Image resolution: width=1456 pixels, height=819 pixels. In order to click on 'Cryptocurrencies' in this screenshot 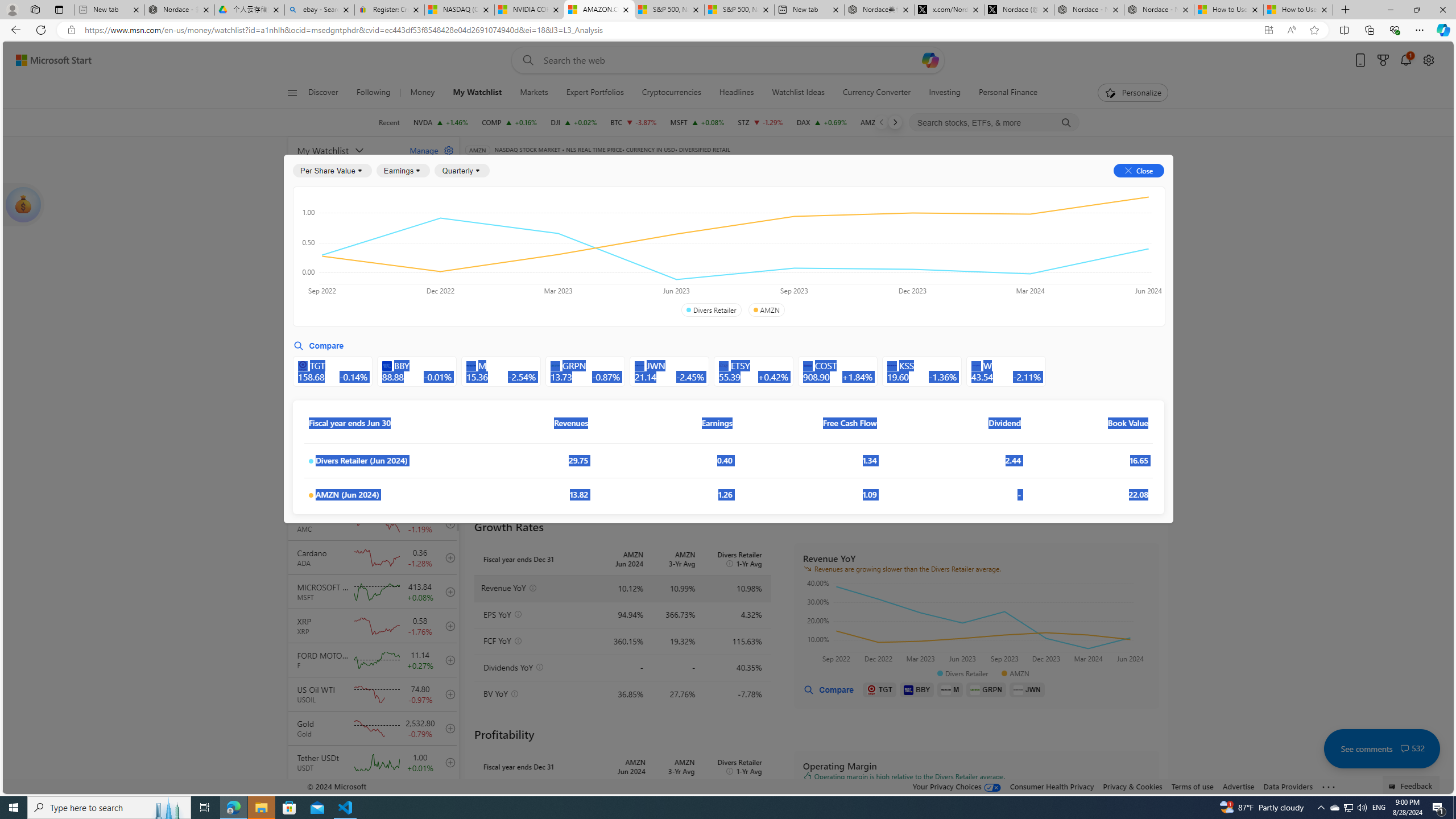, I will do `click(671, 92)`.